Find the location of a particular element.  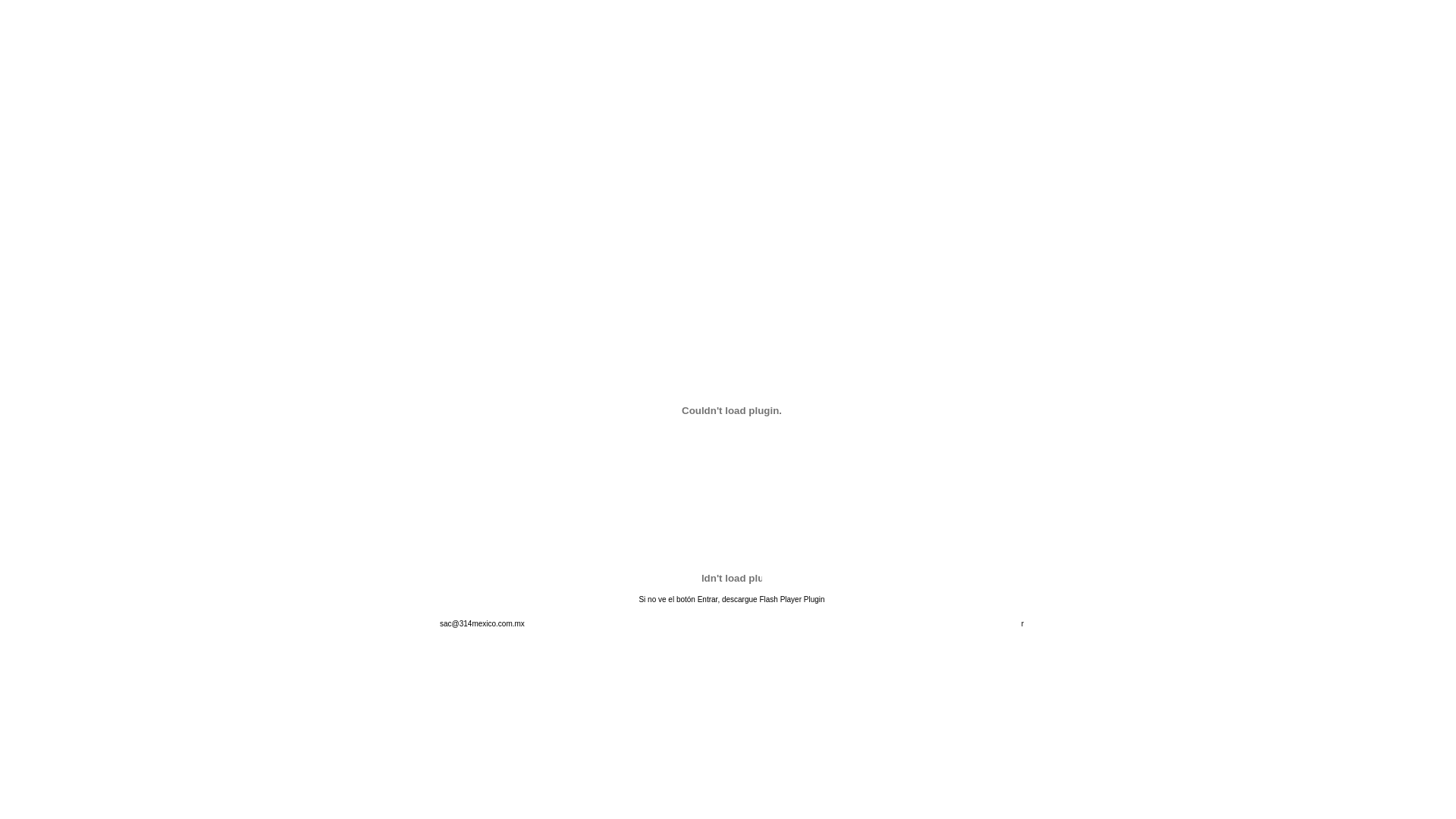

'sac@314mexico.com.mx' is located at coordinates (481, 623).